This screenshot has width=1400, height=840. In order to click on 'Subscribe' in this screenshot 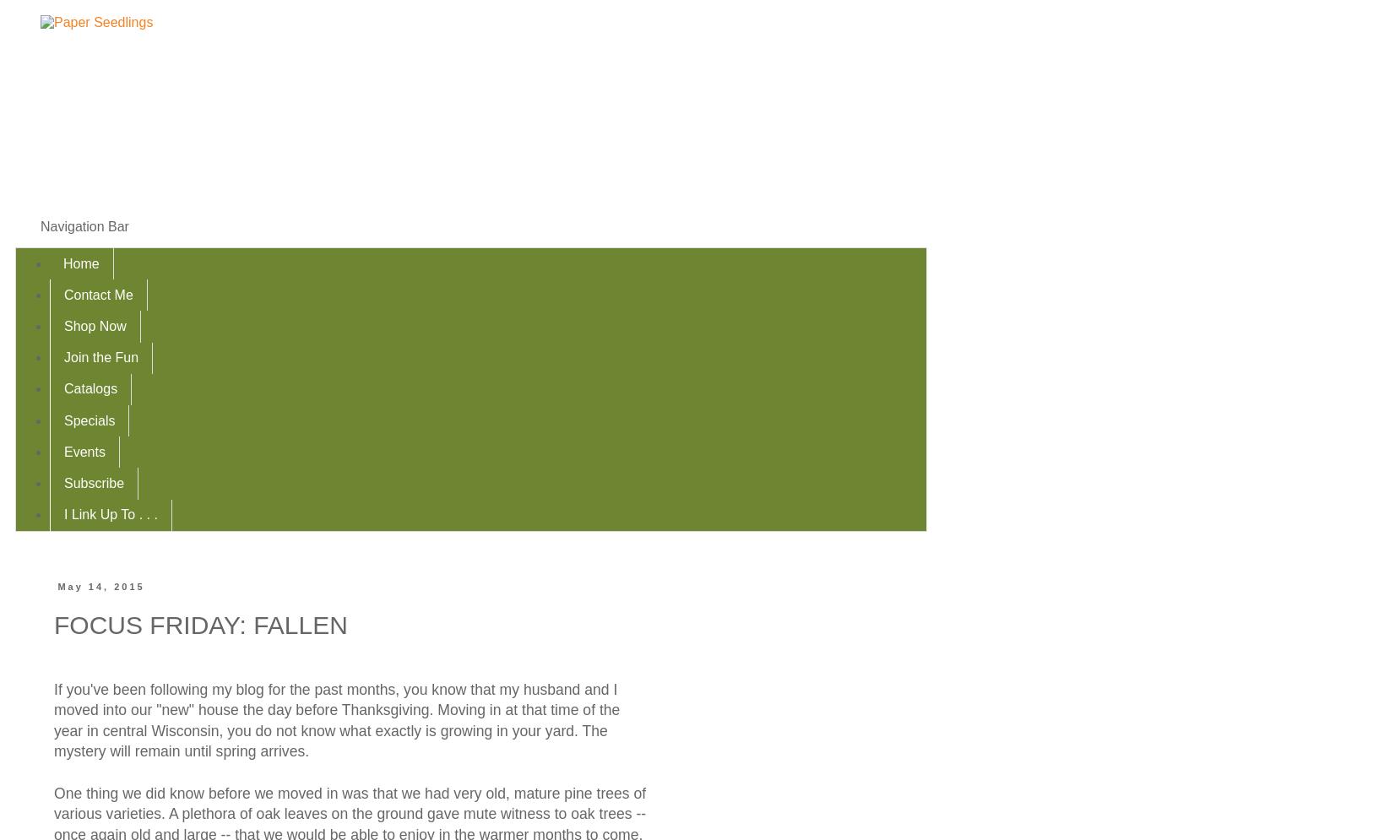, I will do `click(93, 482)`.